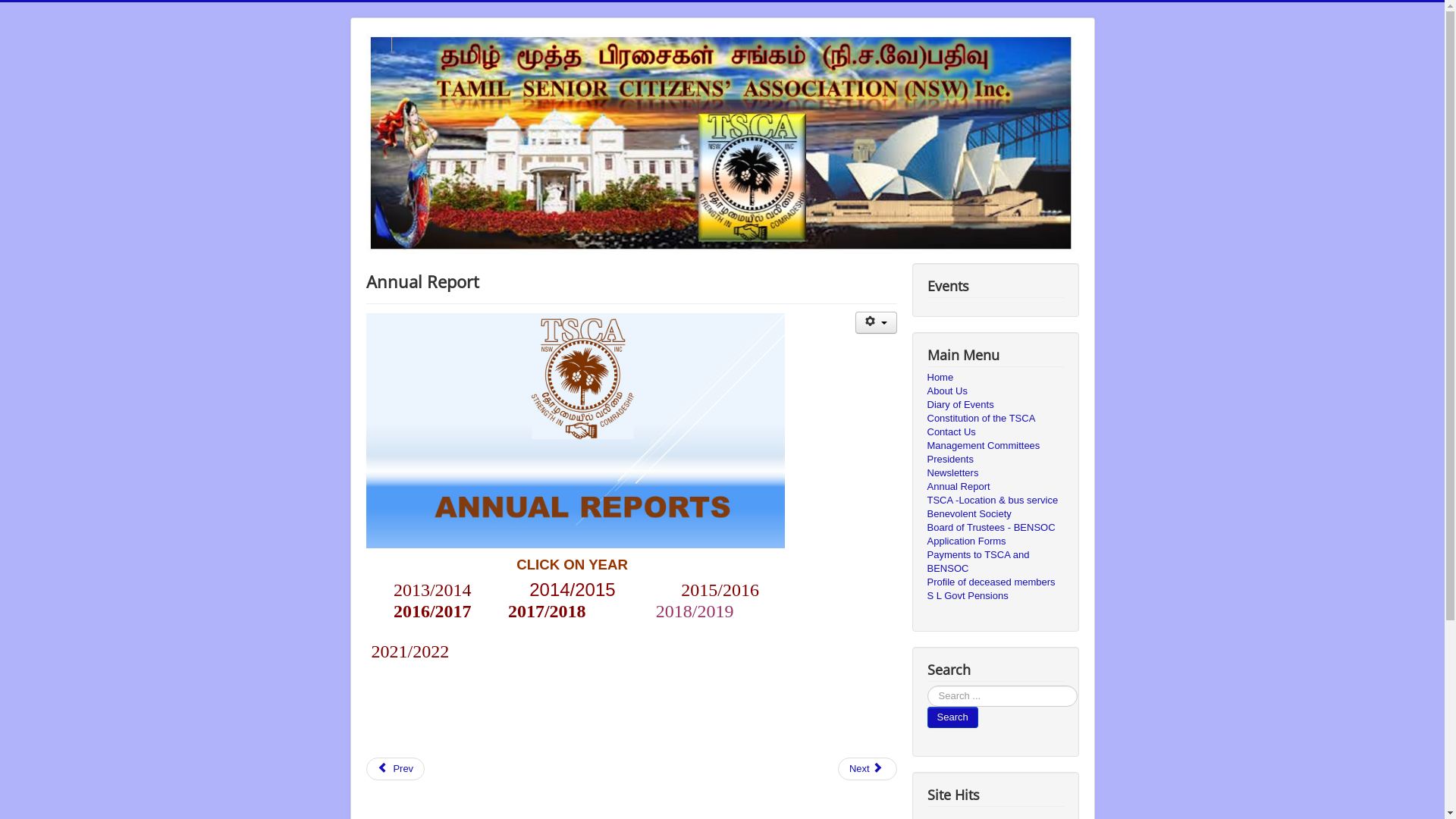  I want to click on '2017/2018', so click(546, 613).